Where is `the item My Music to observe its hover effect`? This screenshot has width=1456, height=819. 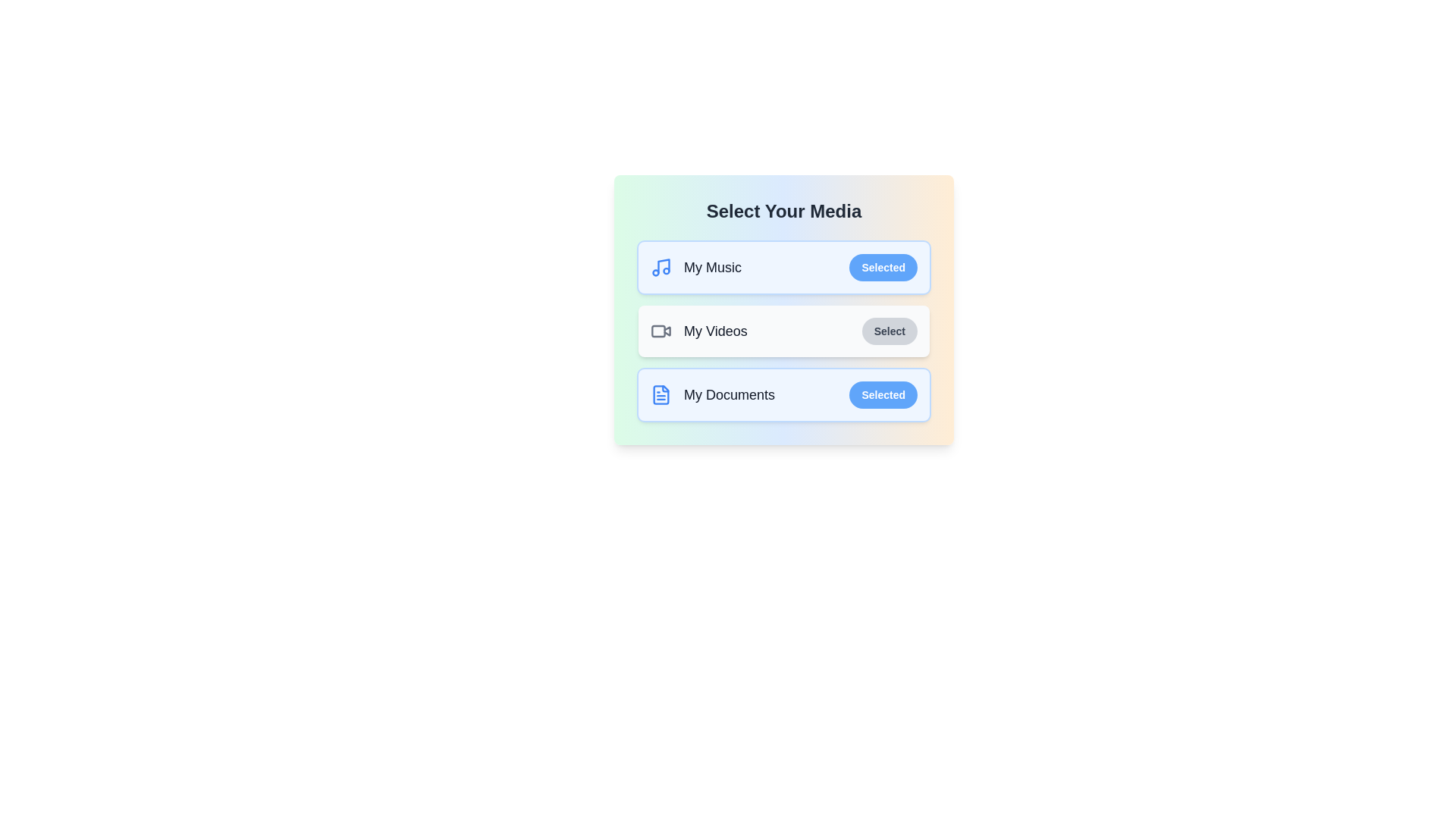 the item My Music to observe its hover effect is located at coordinates (783, 267).